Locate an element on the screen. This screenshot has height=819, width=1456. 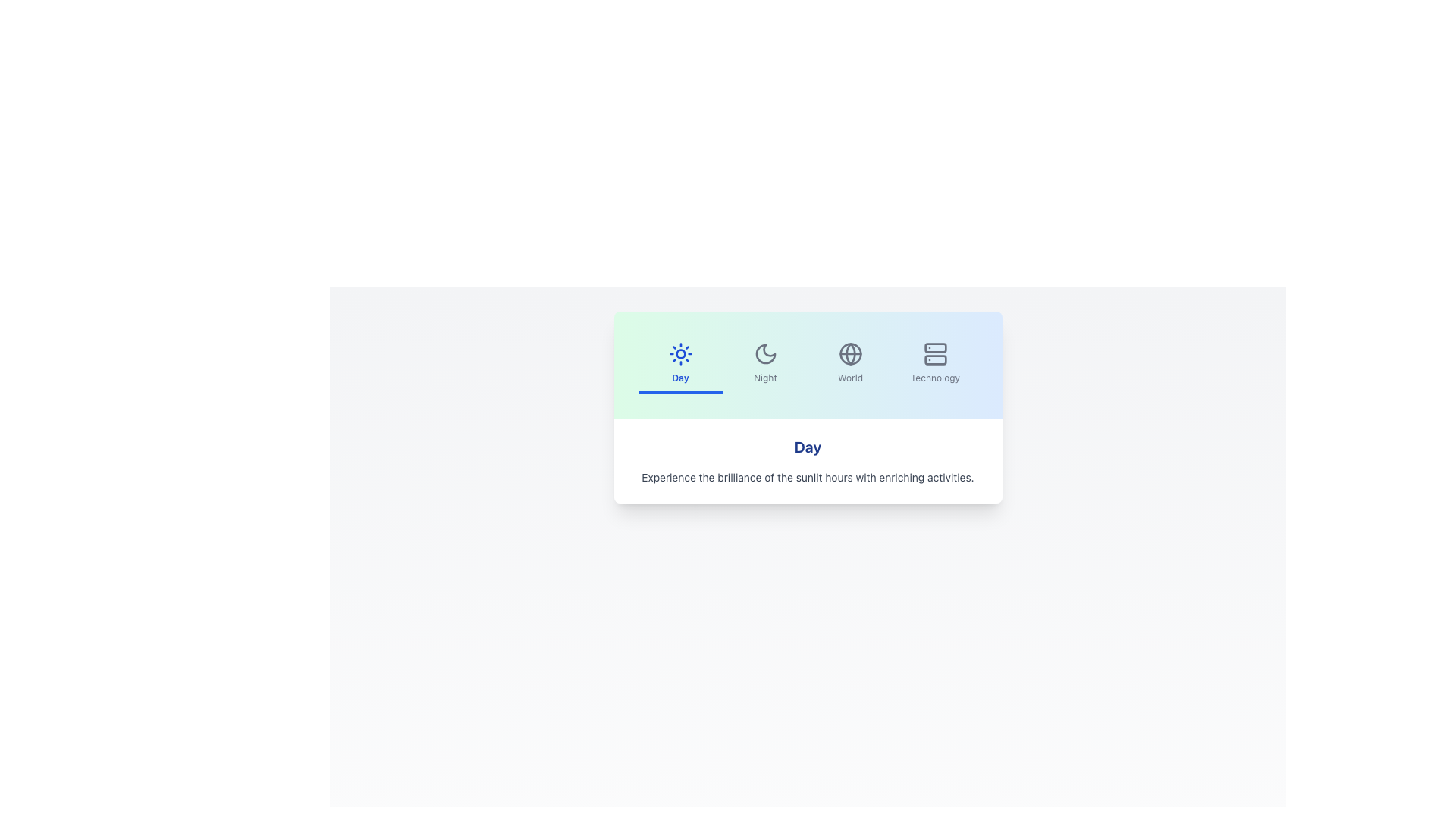
the second rectangular subcomponent within the server icon, which is positioned in the bottom half of the icon is located at coordinates (934, 359).